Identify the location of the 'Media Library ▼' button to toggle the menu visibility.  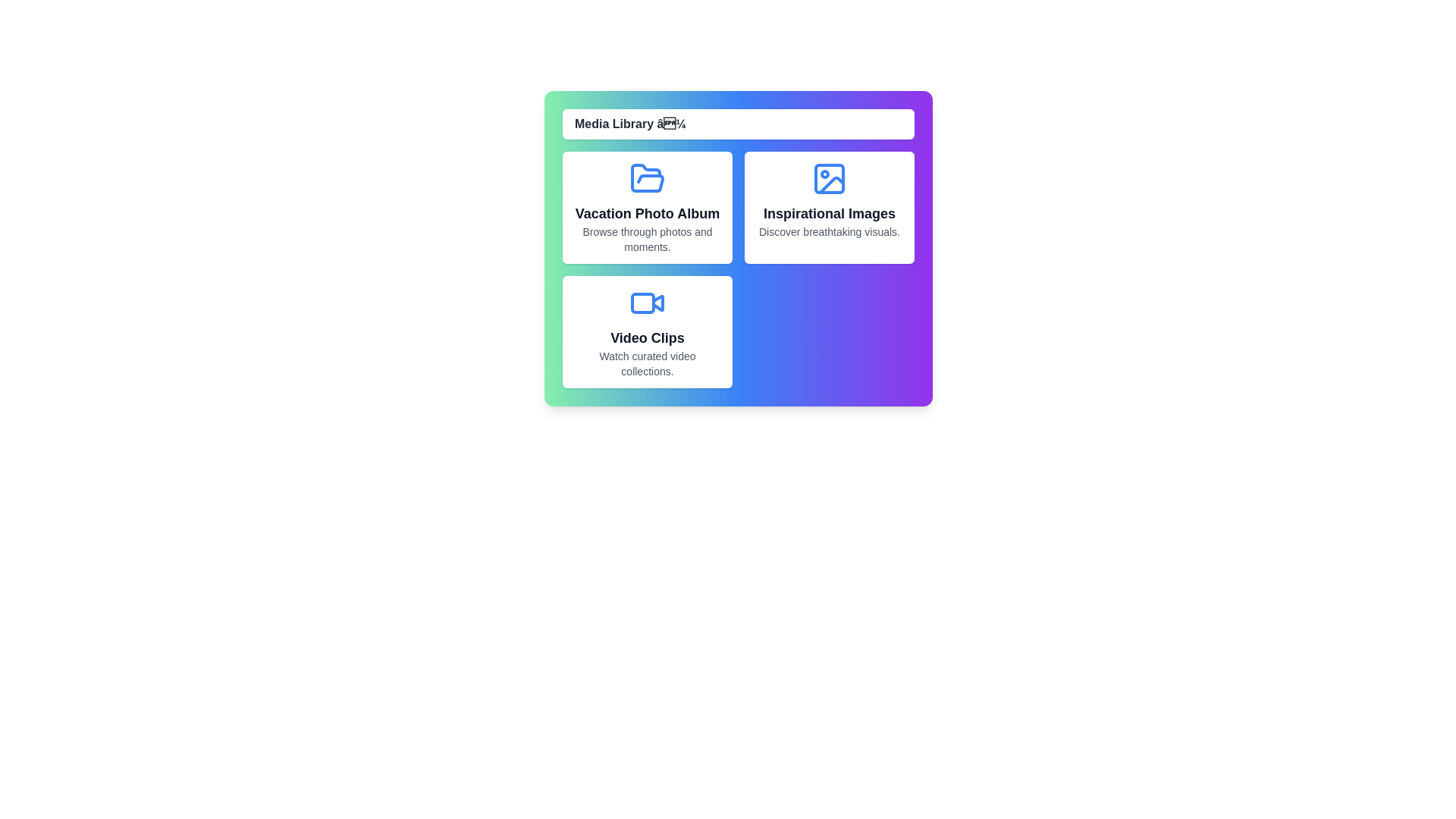
(739, 124).